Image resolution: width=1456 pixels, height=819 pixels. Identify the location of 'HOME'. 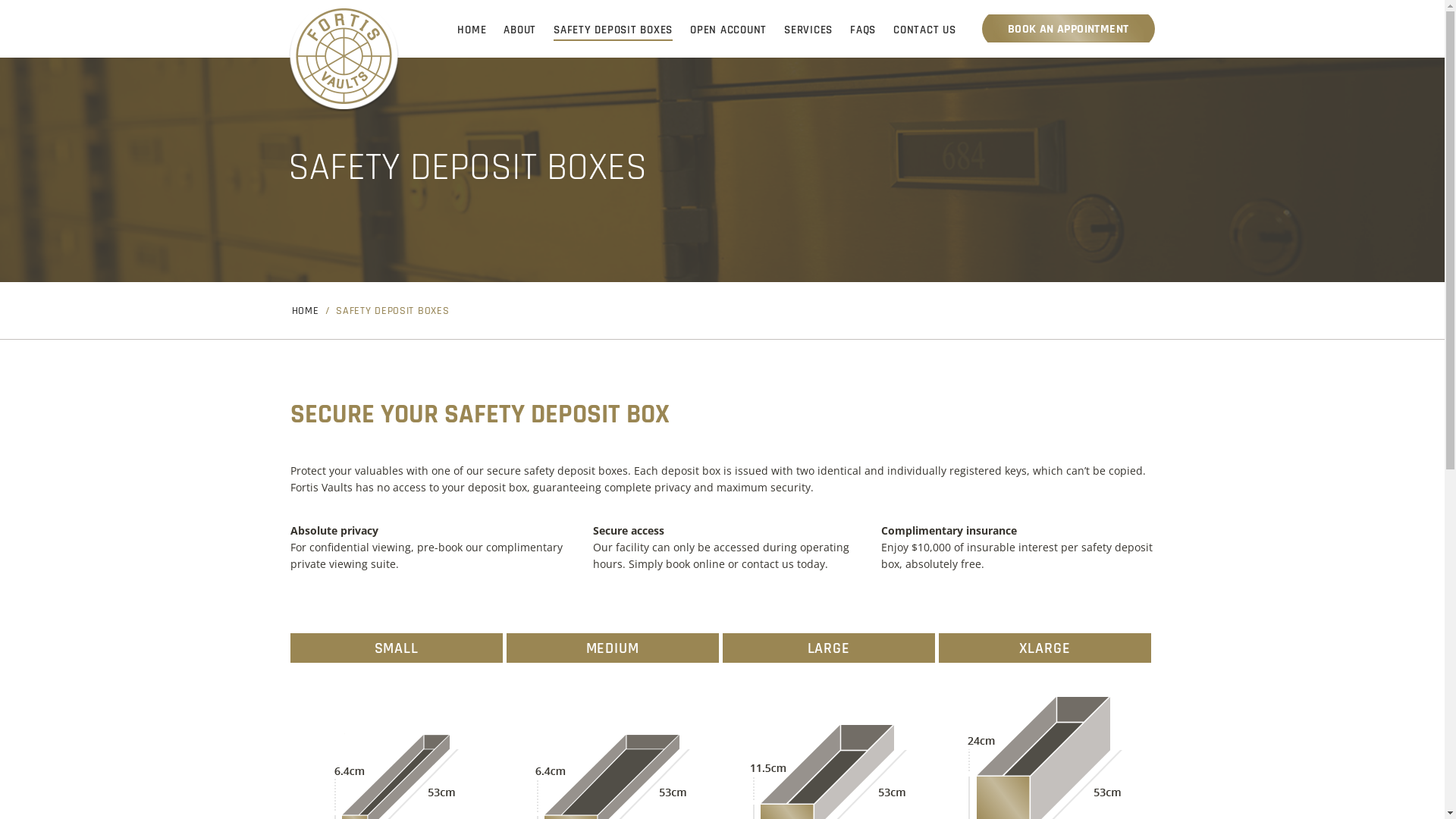
(304, 311).